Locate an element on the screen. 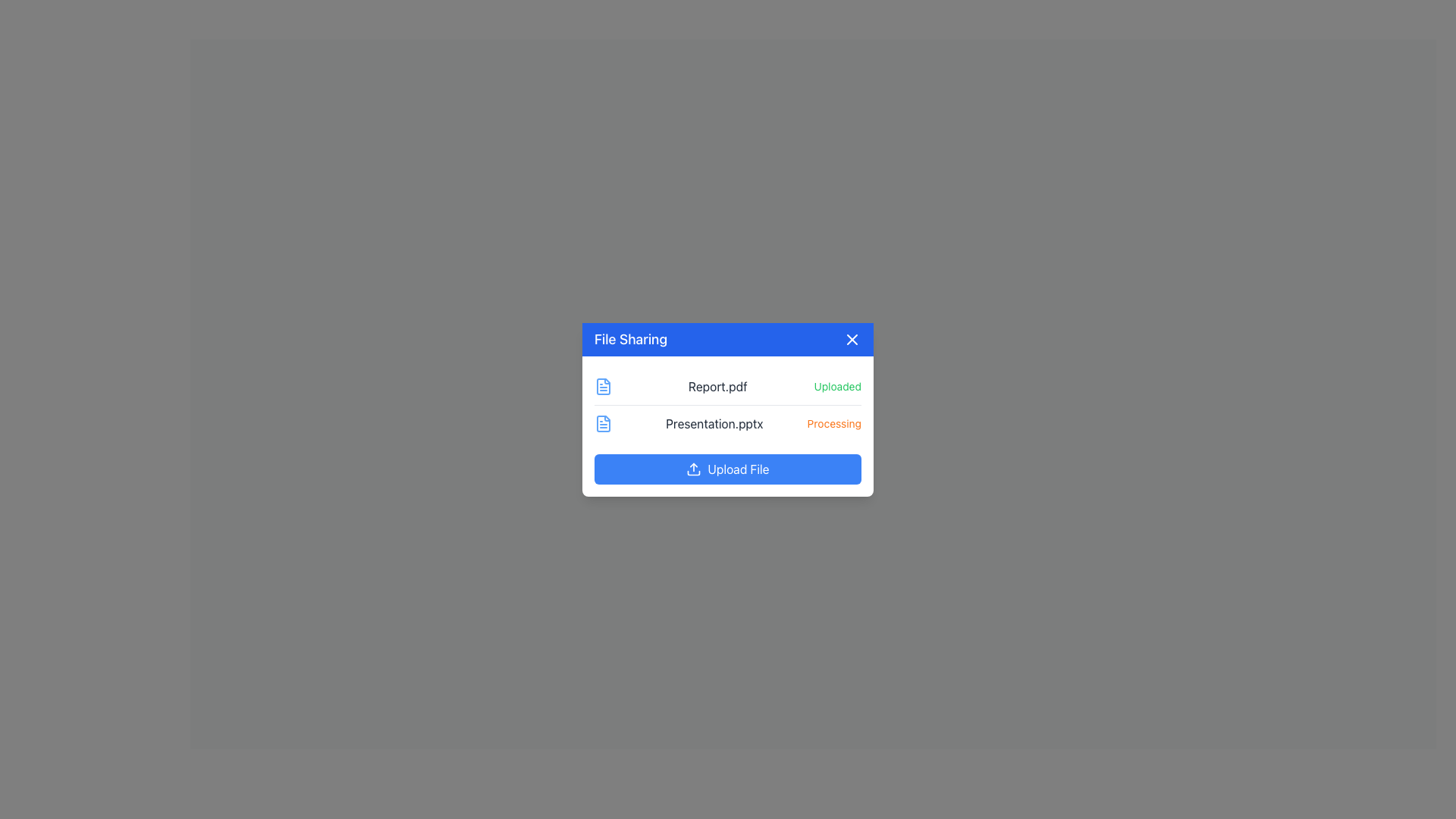  the document icon with a blue outline and light blue fill located in the 'File Sharing' modal next to 'Report.pdf.' is located at coordinates (603, 423).